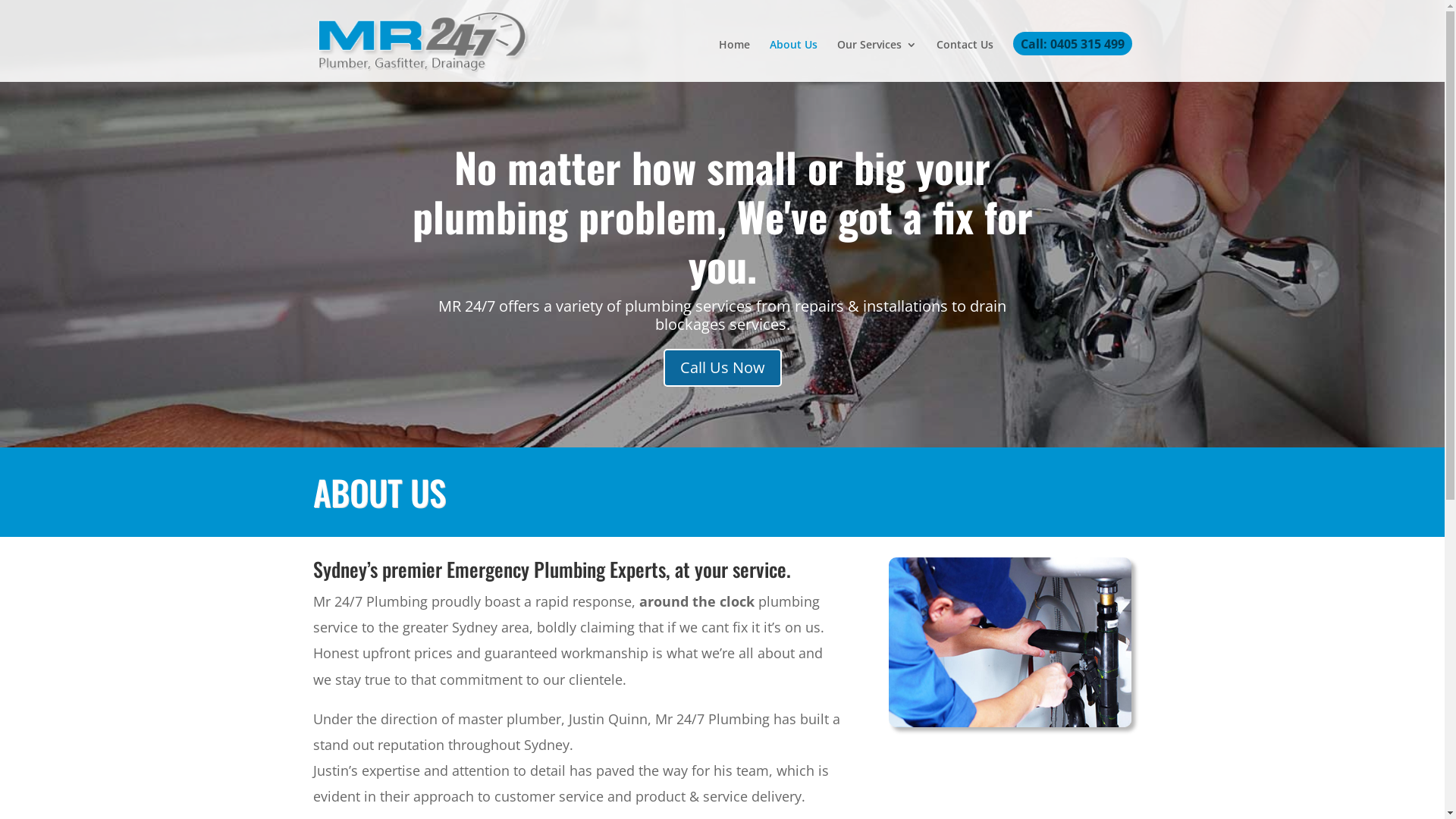 This screenshot has width=1456, height=819. Describe the element at coordinates (792, 60) in the screenshot. I see `'About Us'` at that location.